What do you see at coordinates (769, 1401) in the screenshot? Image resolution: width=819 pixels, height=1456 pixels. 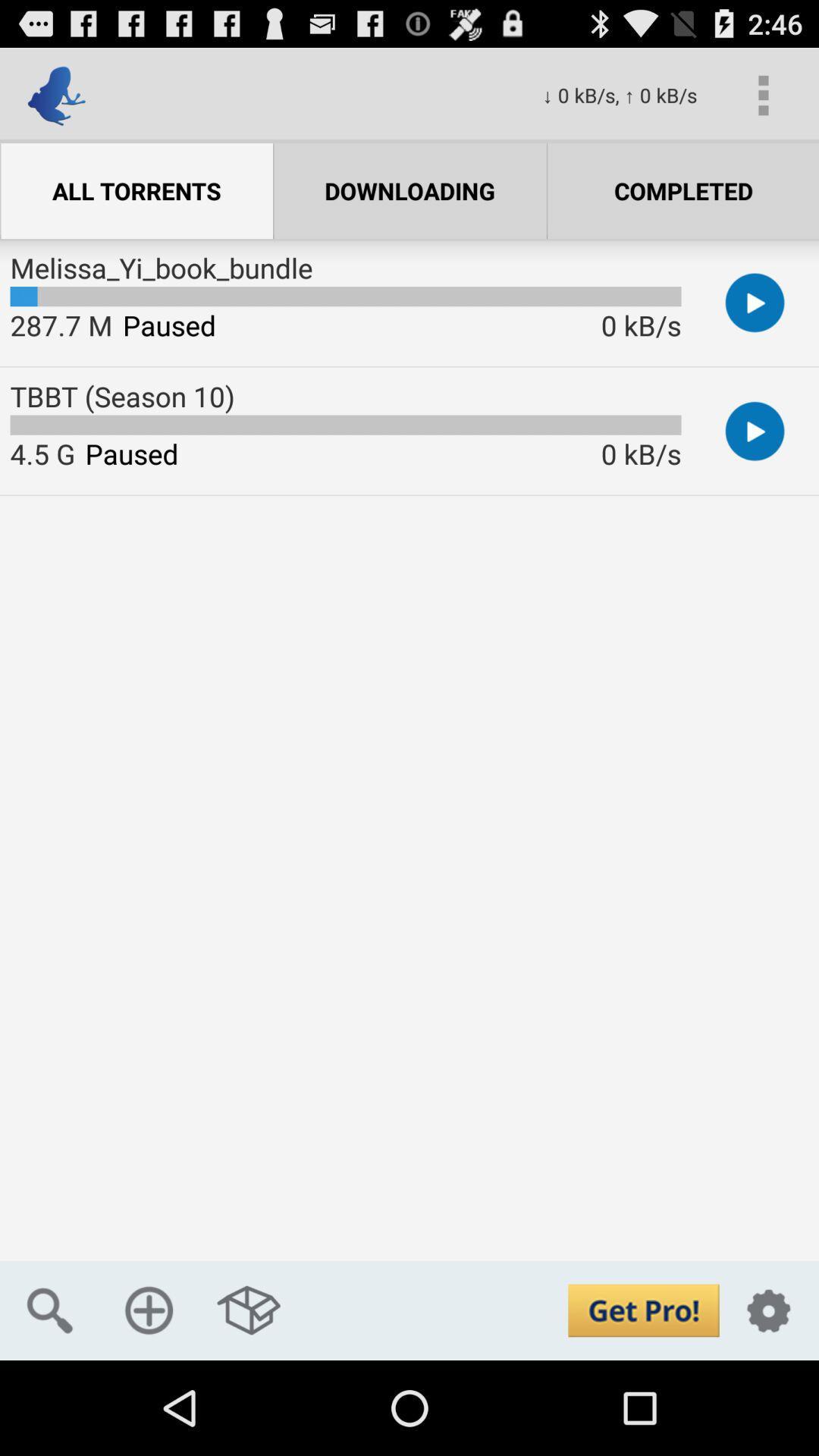 I see `the settings icon` at bounding box center [769, 1401].